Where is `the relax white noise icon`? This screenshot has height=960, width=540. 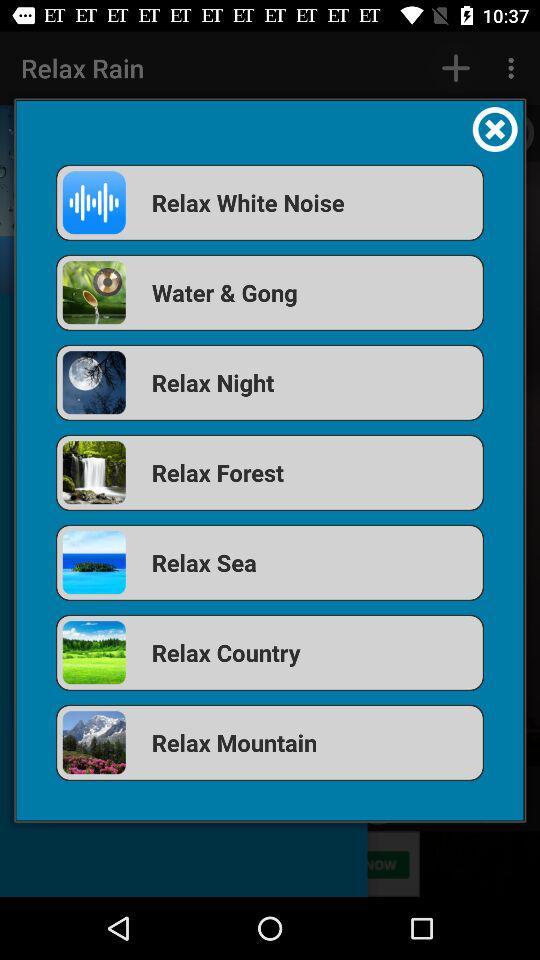 the relax white noise icon is located at coordinates (270, 202).